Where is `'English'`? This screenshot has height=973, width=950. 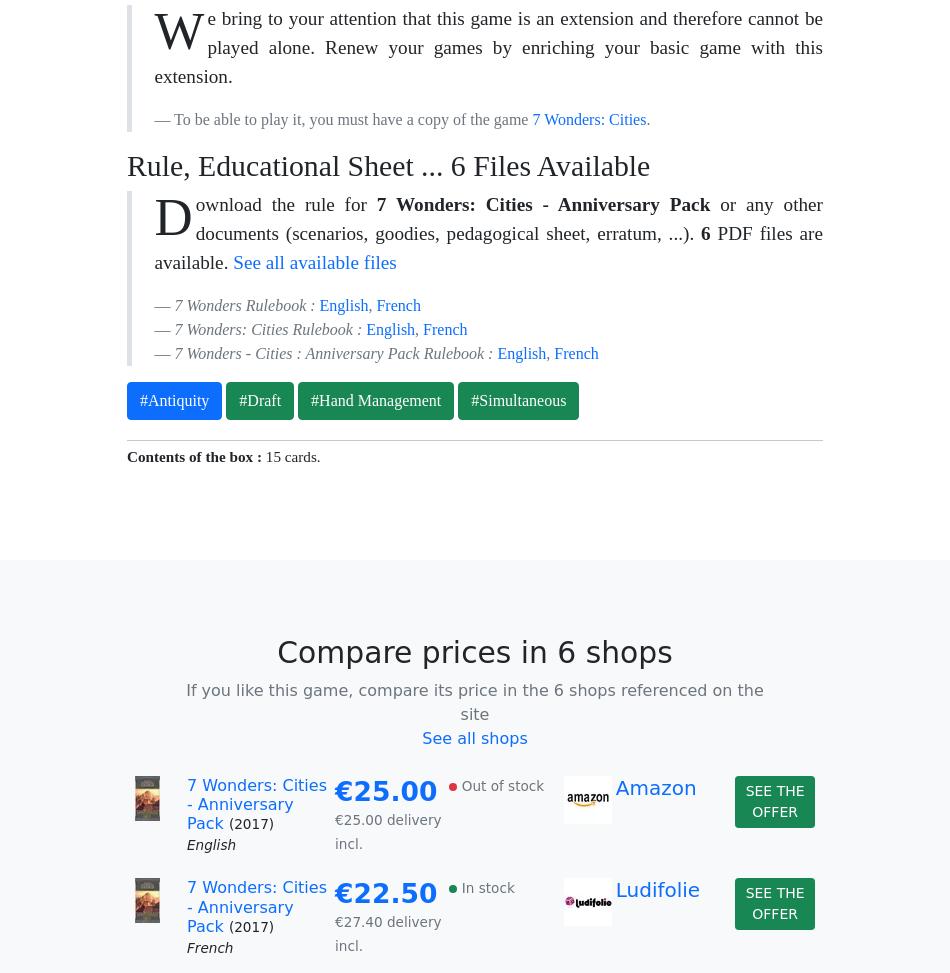
'English' is located at coordinates (402, 43).